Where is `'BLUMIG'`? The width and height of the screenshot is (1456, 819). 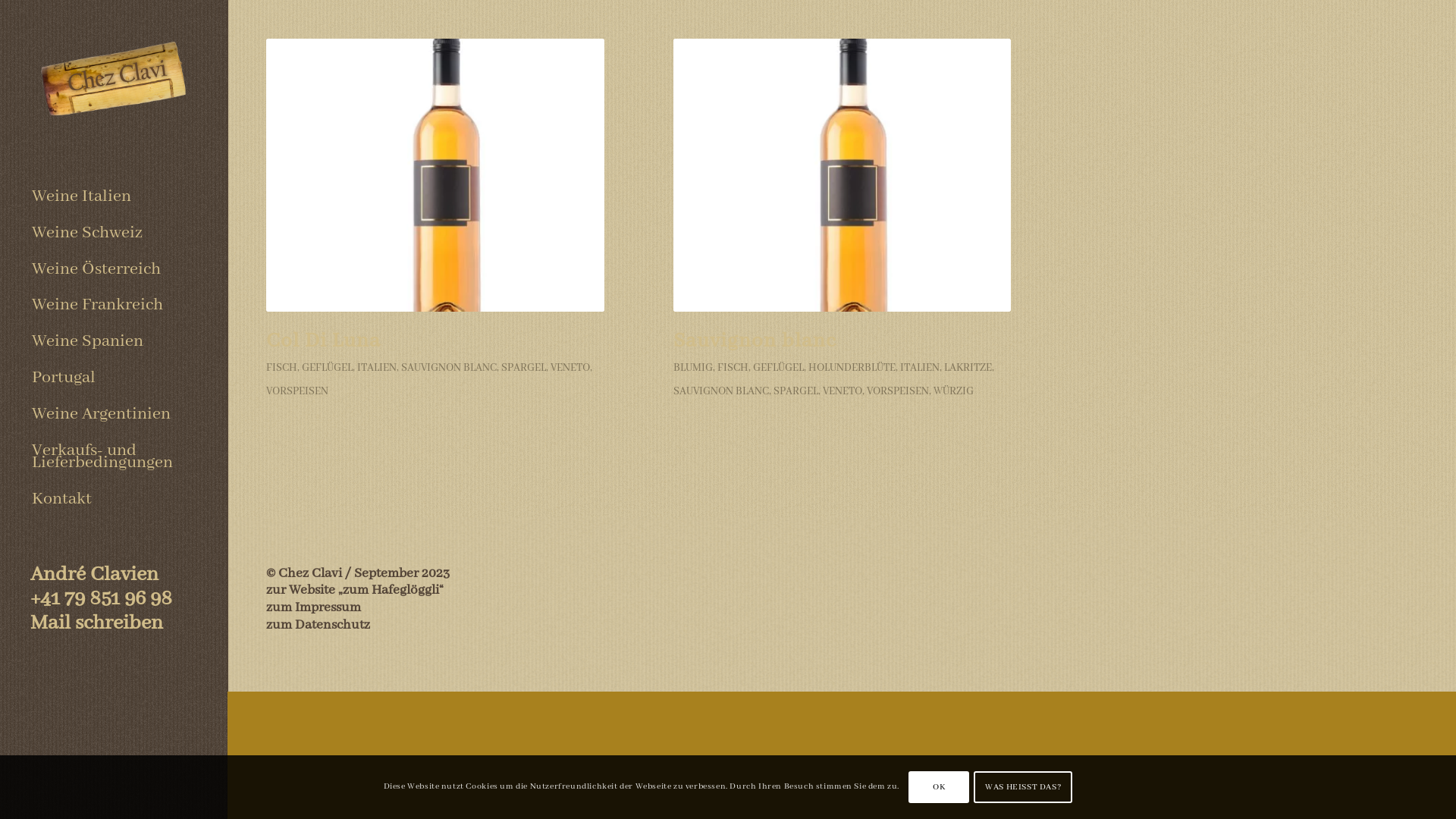
'BLUMIG' is located at coordinates (692, 368).